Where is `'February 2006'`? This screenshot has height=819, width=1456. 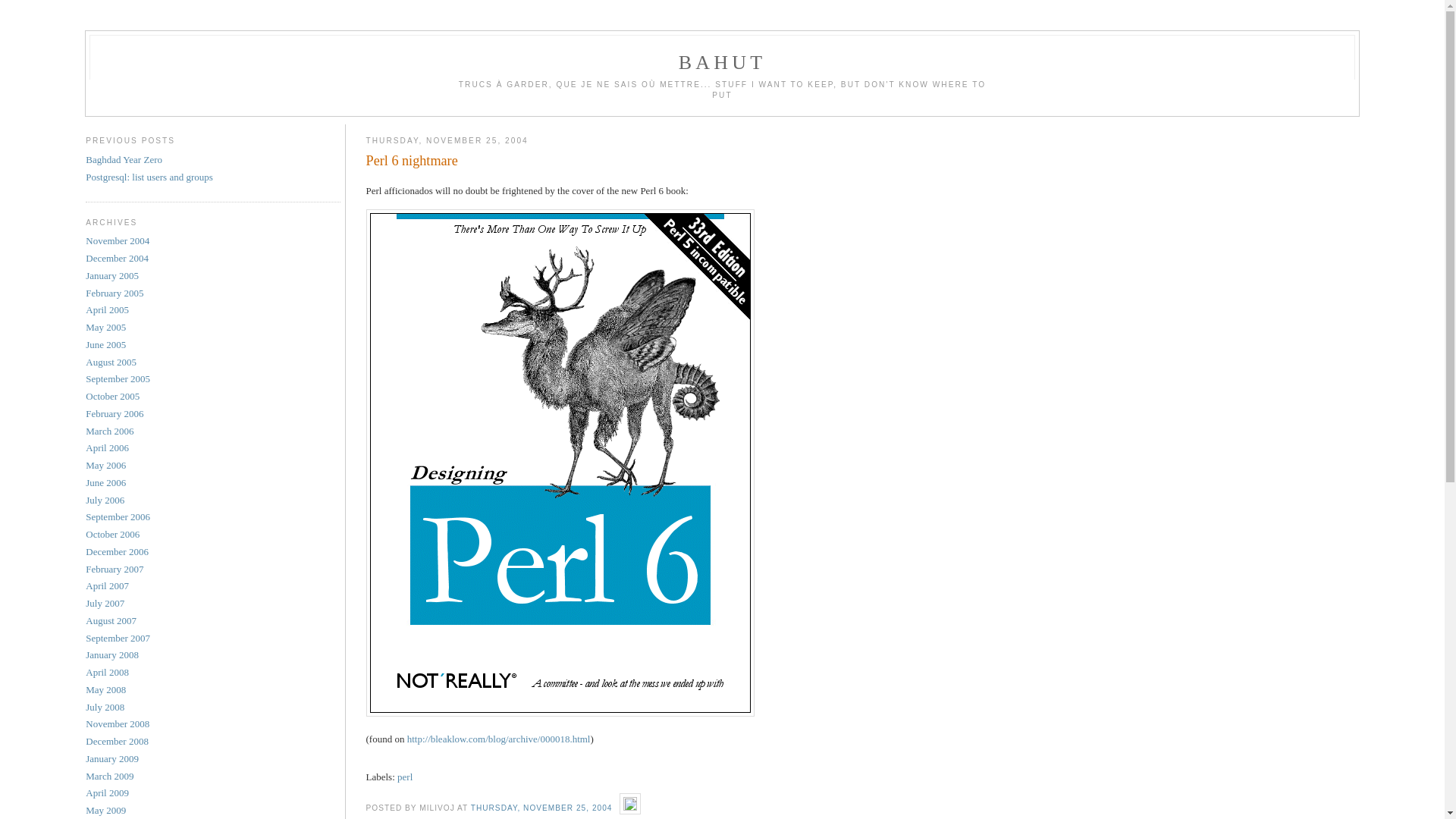 'February 2006' is located at coordinates (113, 413).